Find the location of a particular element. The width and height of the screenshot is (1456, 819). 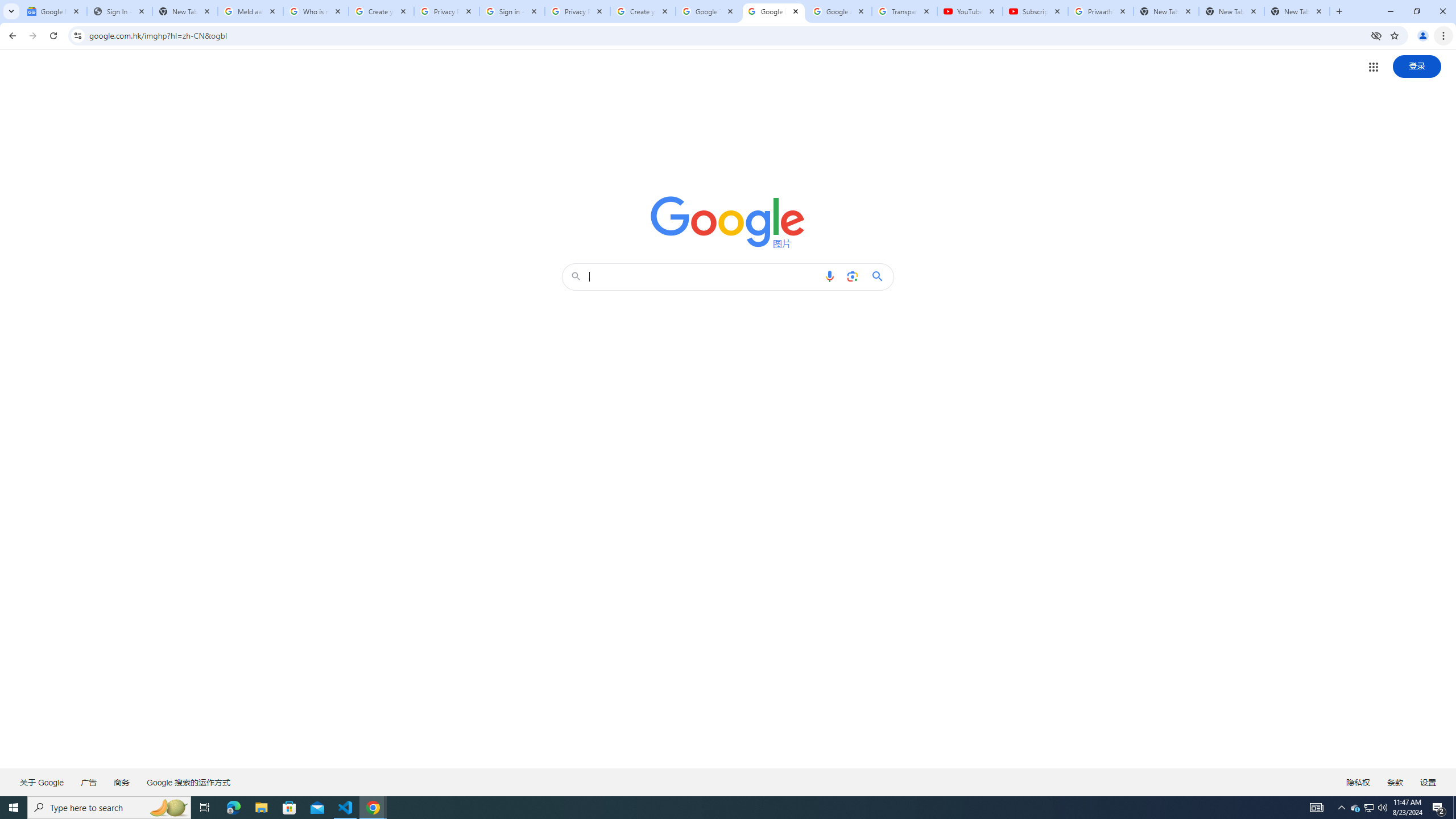

'Subscriptions - YouTube' is located at coordinates (1035, 11).